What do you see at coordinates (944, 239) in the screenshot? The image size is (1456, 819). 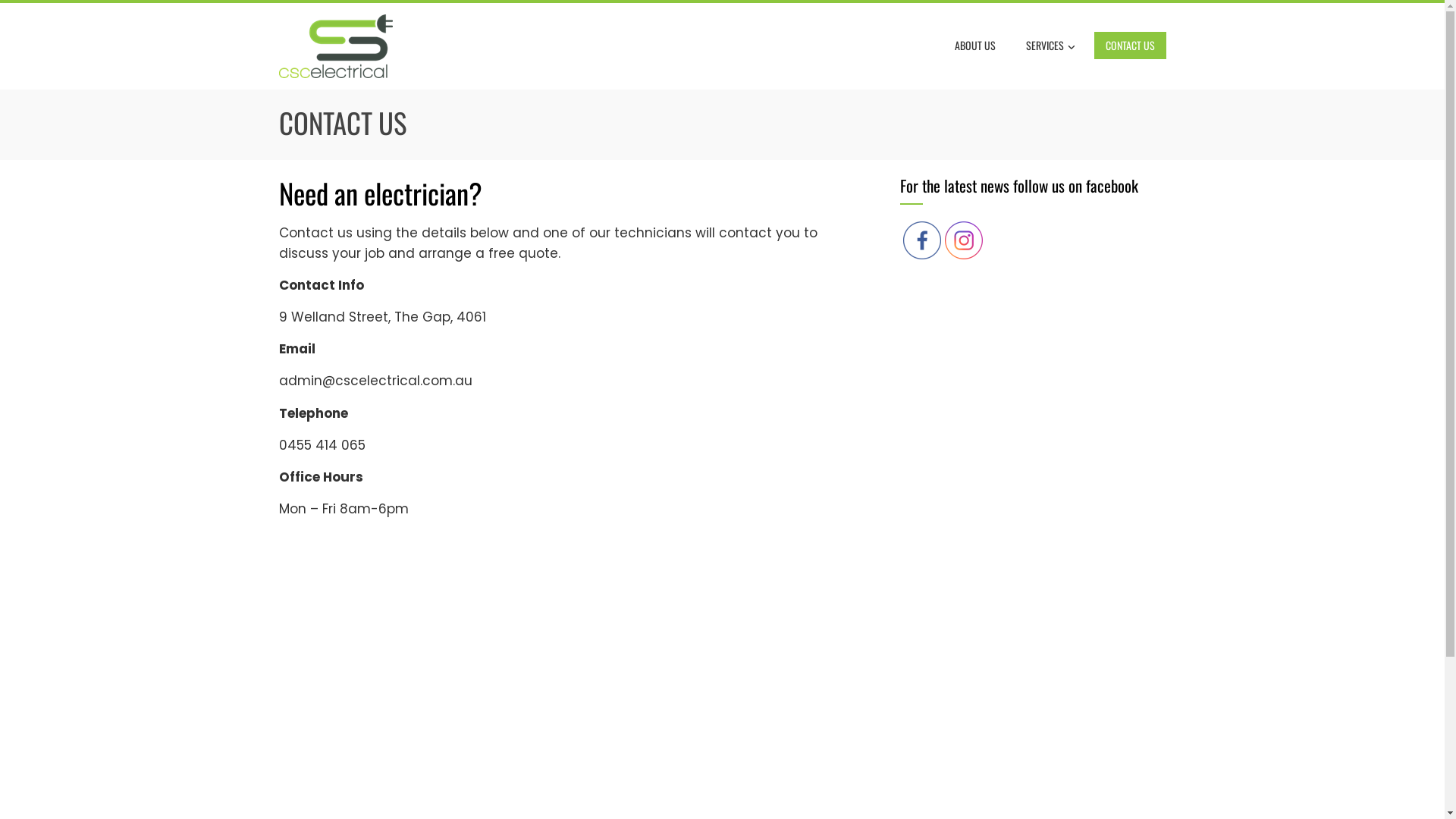 I see `'Instagram'` at bounding box center [944, 239].